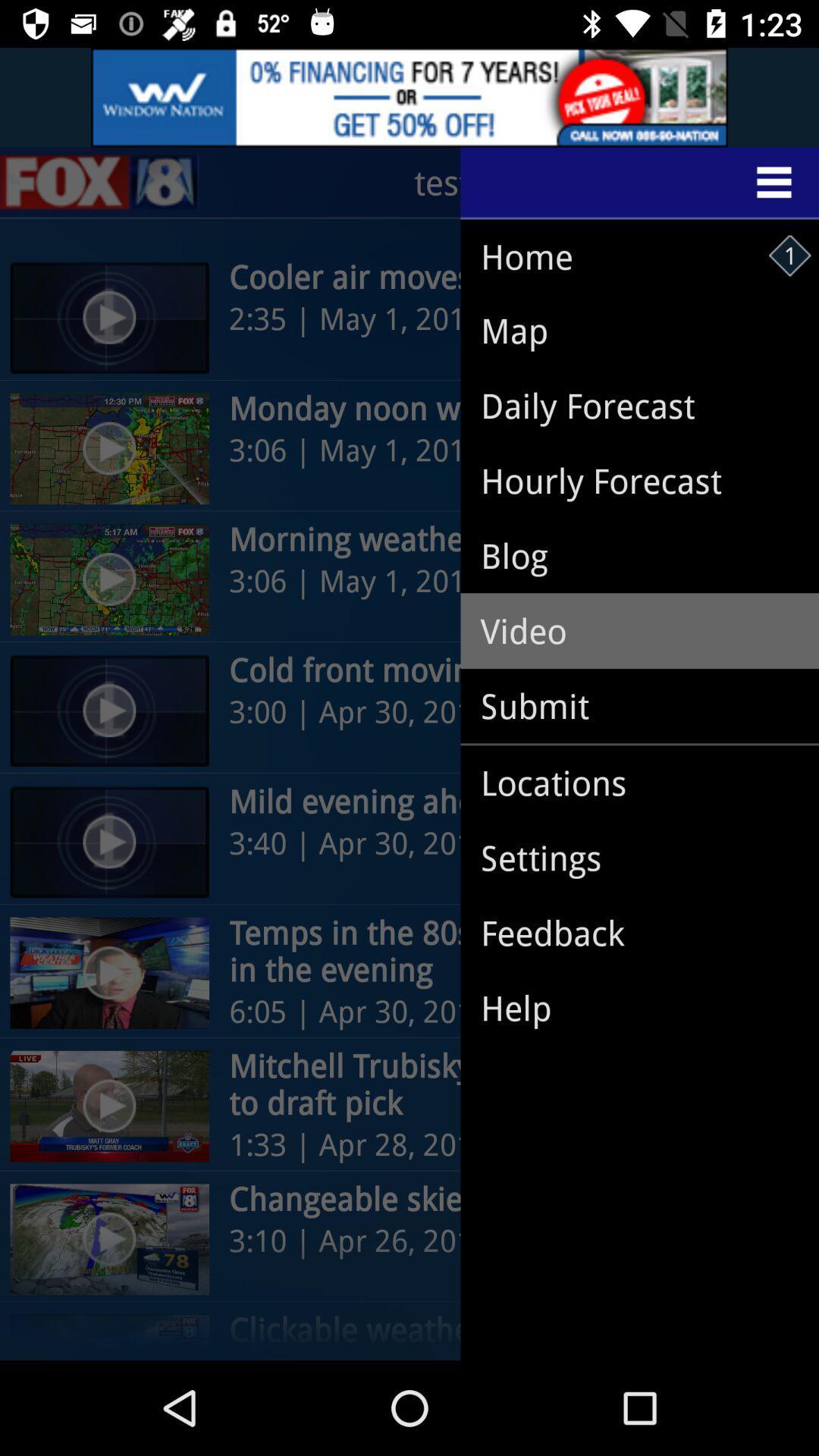 The width and height of the screenshot is (819, 1456). I want to click on the sliders icon, so click(99, 182).